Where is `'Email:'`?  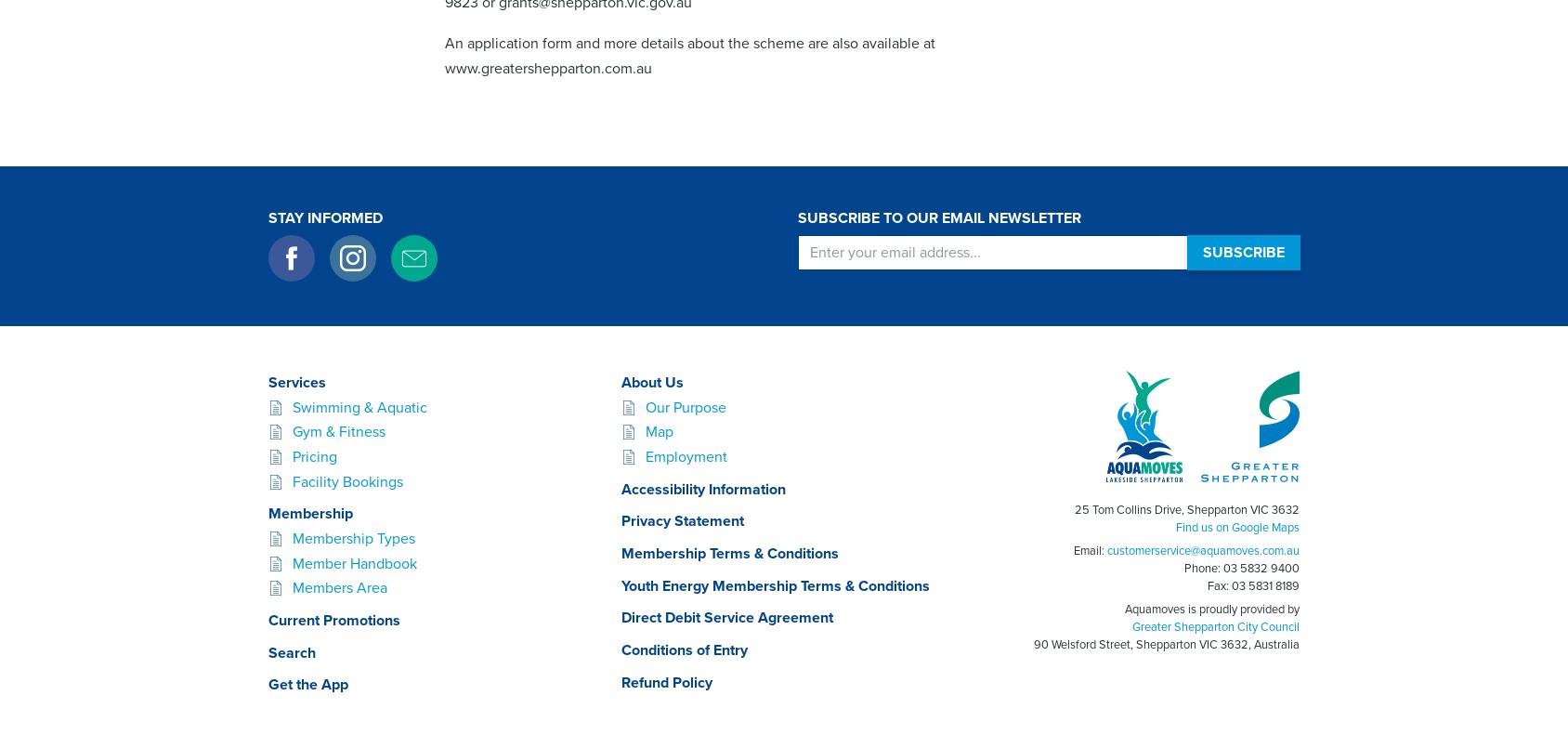
'Email:' is located at coordinates (1089, 549).